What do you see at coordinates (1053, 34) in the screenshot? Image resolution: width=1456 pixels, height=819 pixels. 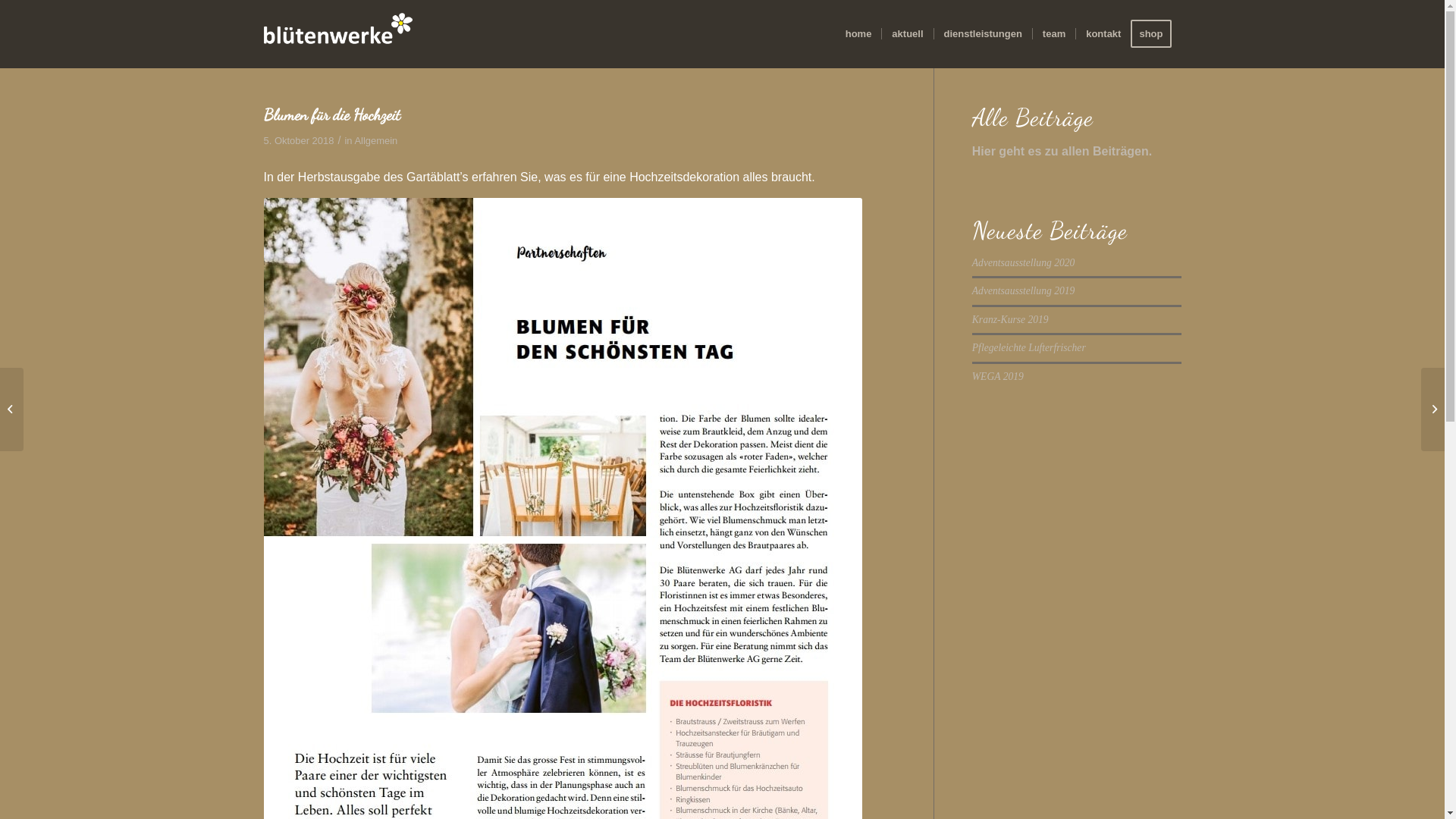 I see `'team'` at bounding box center [1053, 34].